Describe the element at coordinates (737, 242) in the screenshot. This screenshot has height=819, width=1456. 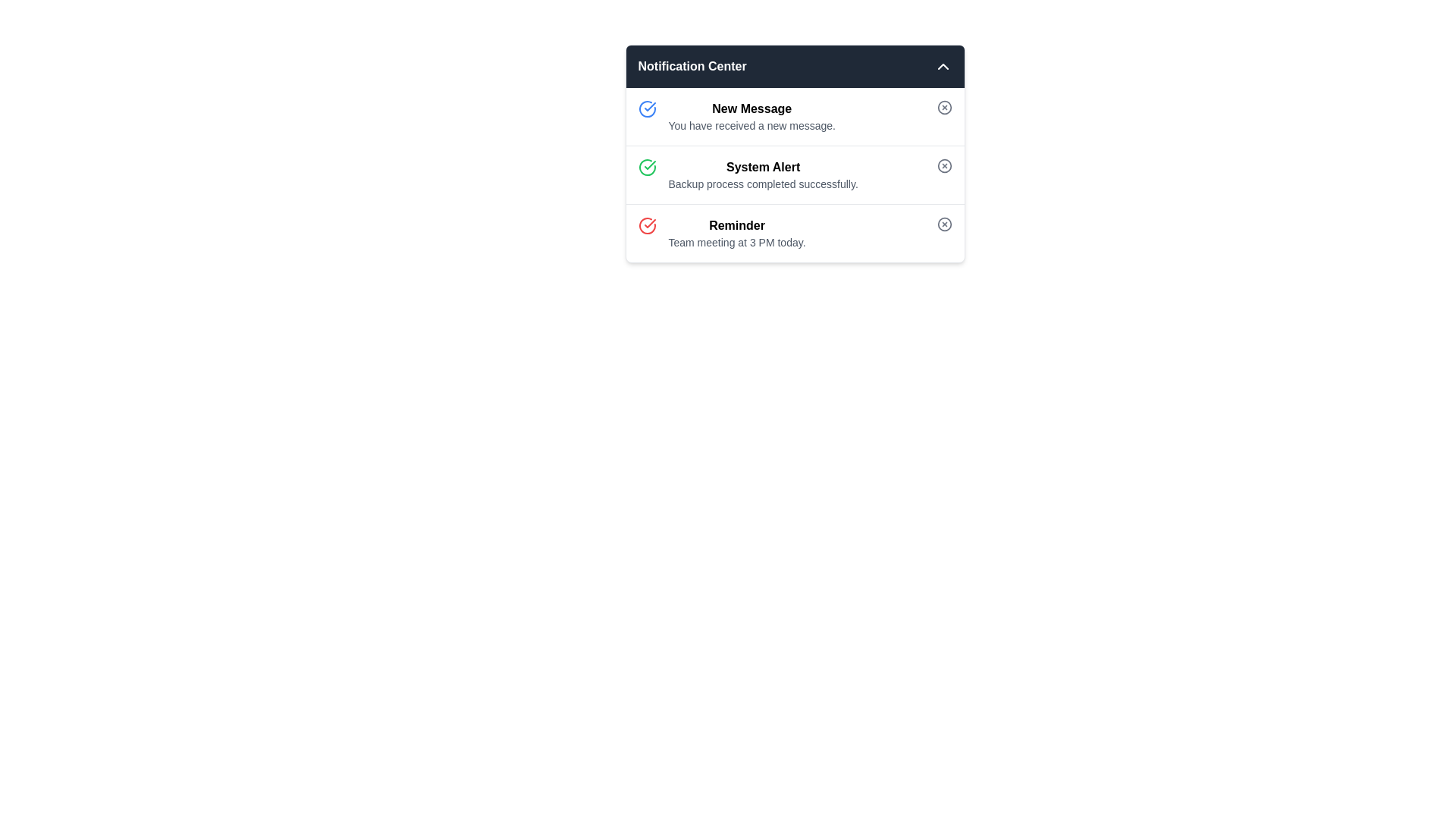
I see `the text label that reads 'Team meeting at 3 PM today.' located in the 'Reminder' section of the 'Notification Center' pane` at that location.